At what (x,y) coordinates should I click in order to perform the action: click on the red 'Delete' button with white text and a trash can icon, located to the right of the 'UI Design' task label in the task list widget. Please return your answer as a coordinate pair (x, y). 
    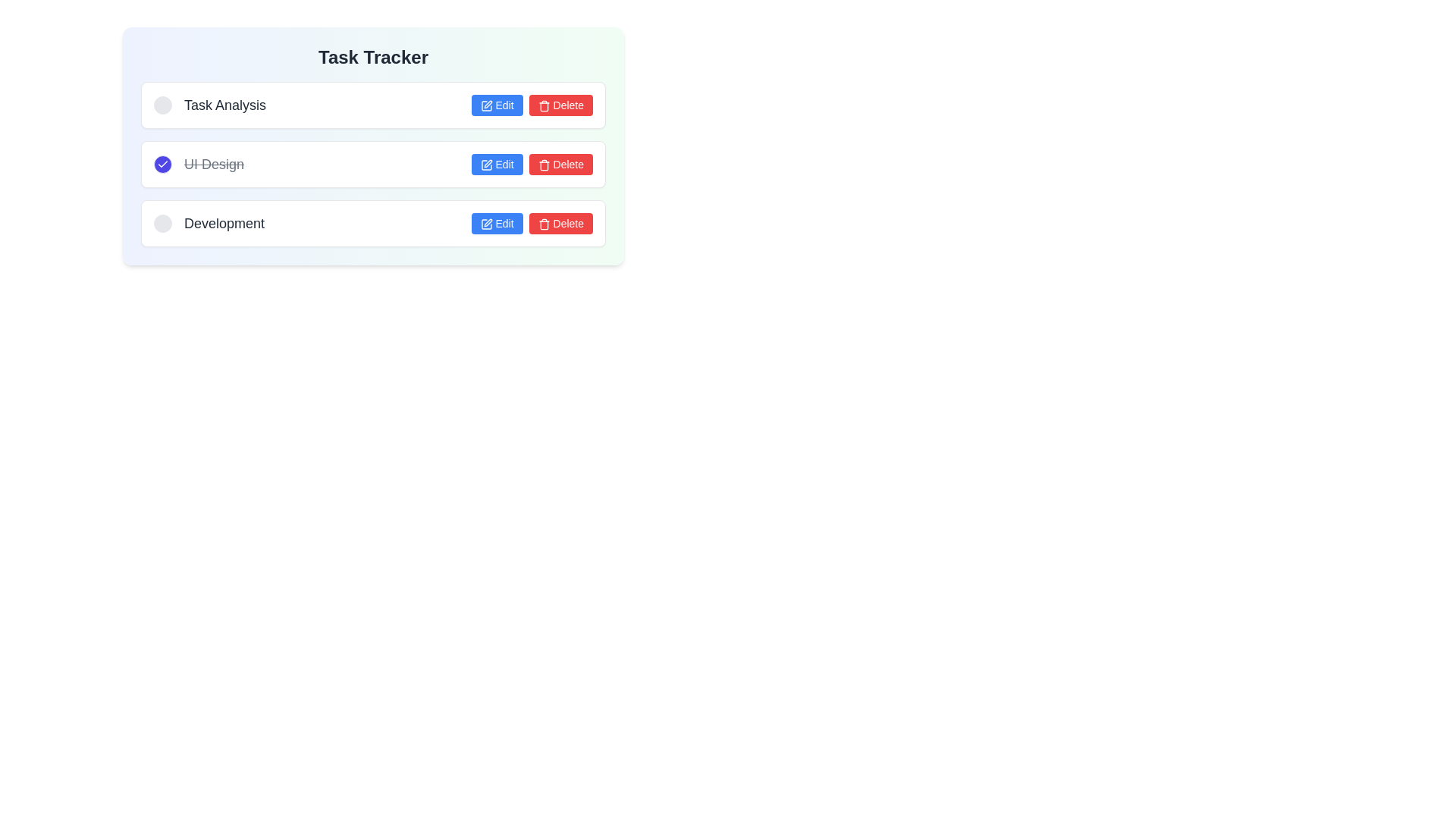
    Looking at the image, I should click on (560, 164).